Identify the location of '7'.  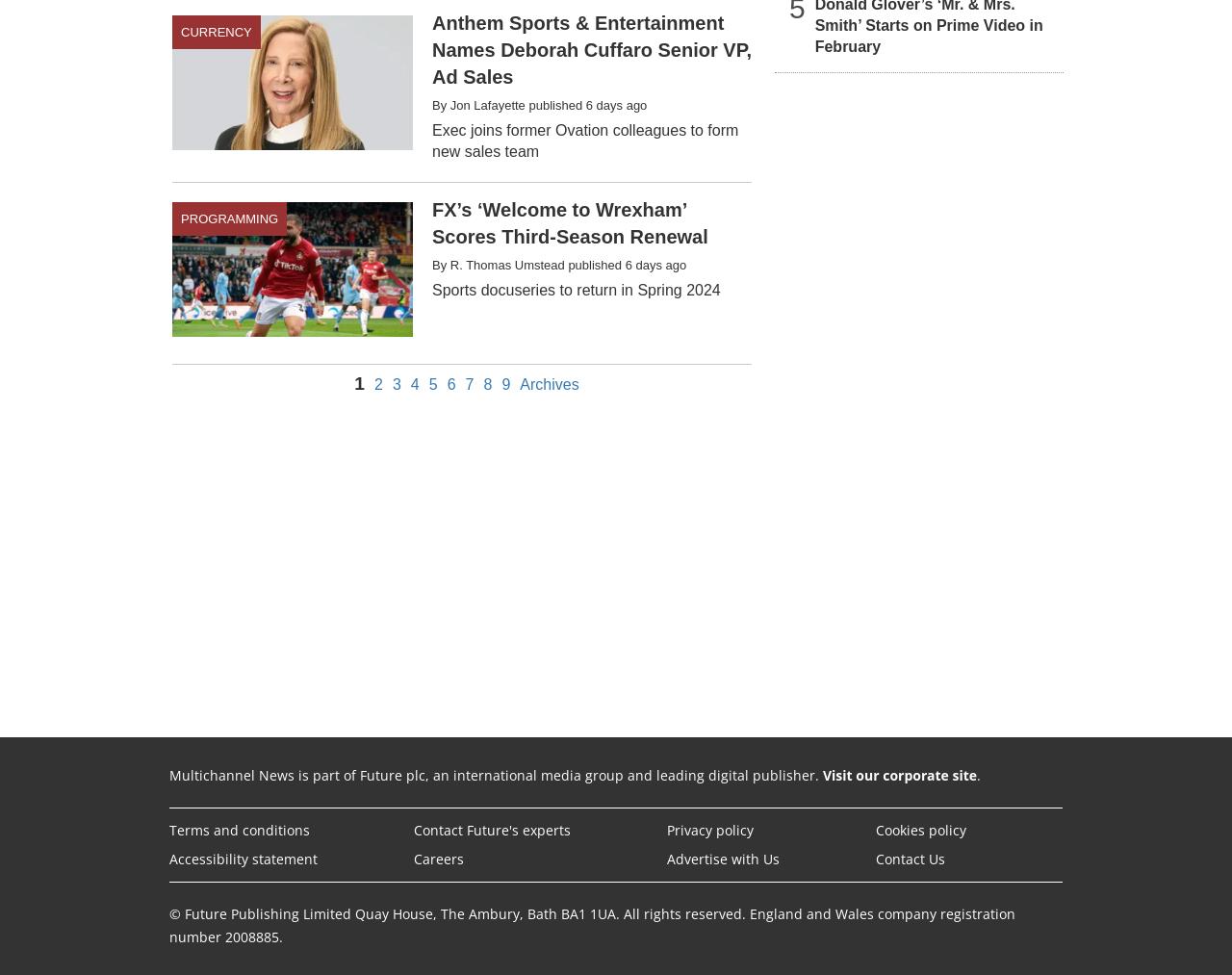
(464, 383).